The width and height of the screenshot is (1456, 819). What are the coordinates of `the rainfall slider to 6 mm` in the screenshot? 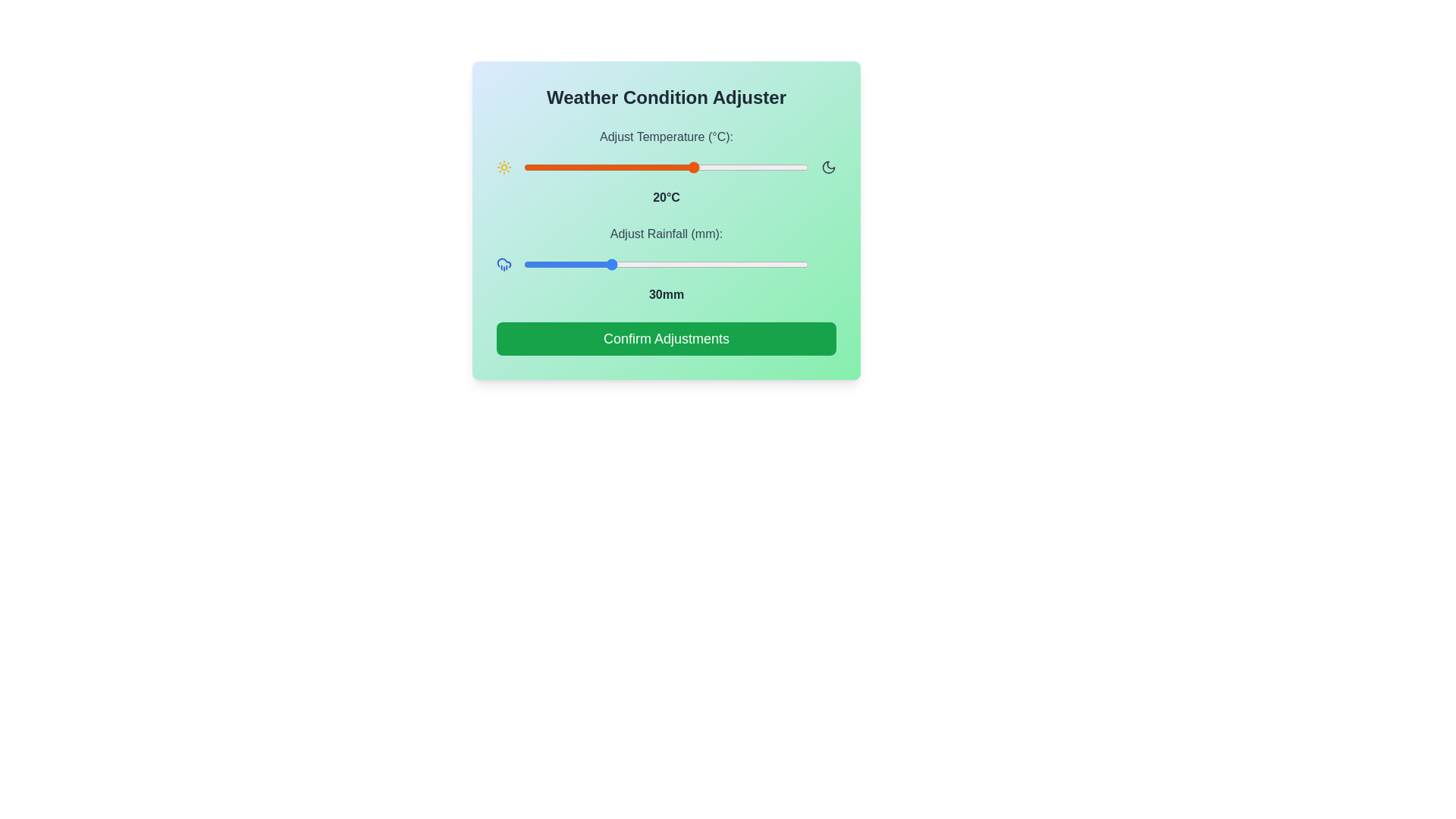 It's located at (541, 263).